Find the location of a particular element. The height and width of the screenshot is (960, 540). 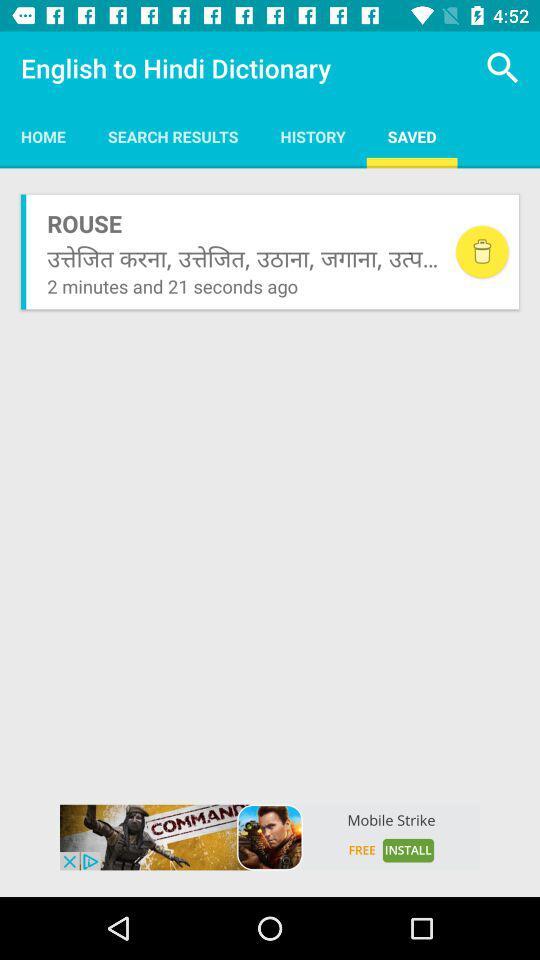

for delete is located at coordinates (481, 251).